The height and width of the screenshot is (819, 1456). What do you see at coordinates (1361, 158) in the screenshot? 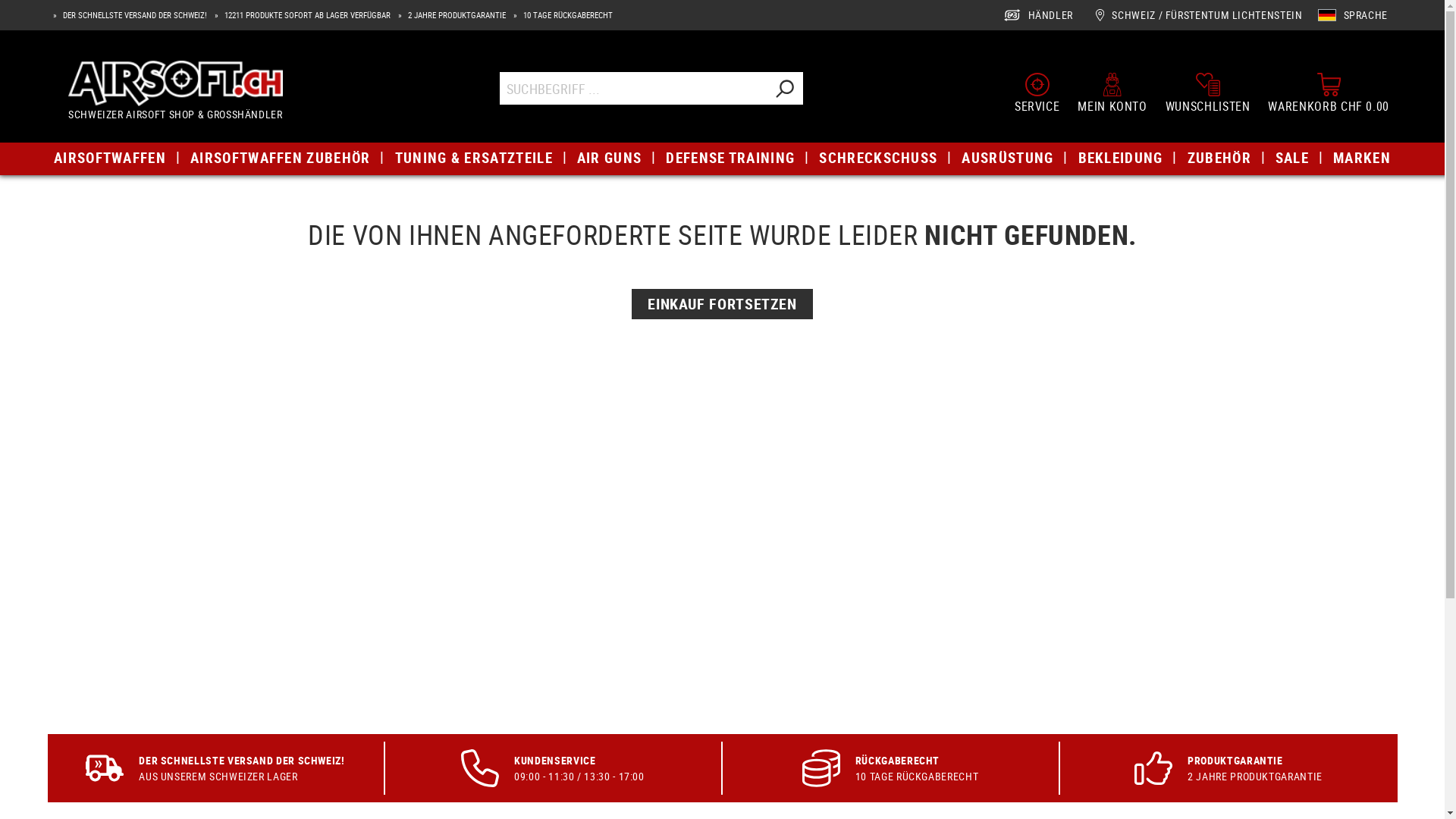
I see `'MARKEN'` at bounding box center [1361, 158].